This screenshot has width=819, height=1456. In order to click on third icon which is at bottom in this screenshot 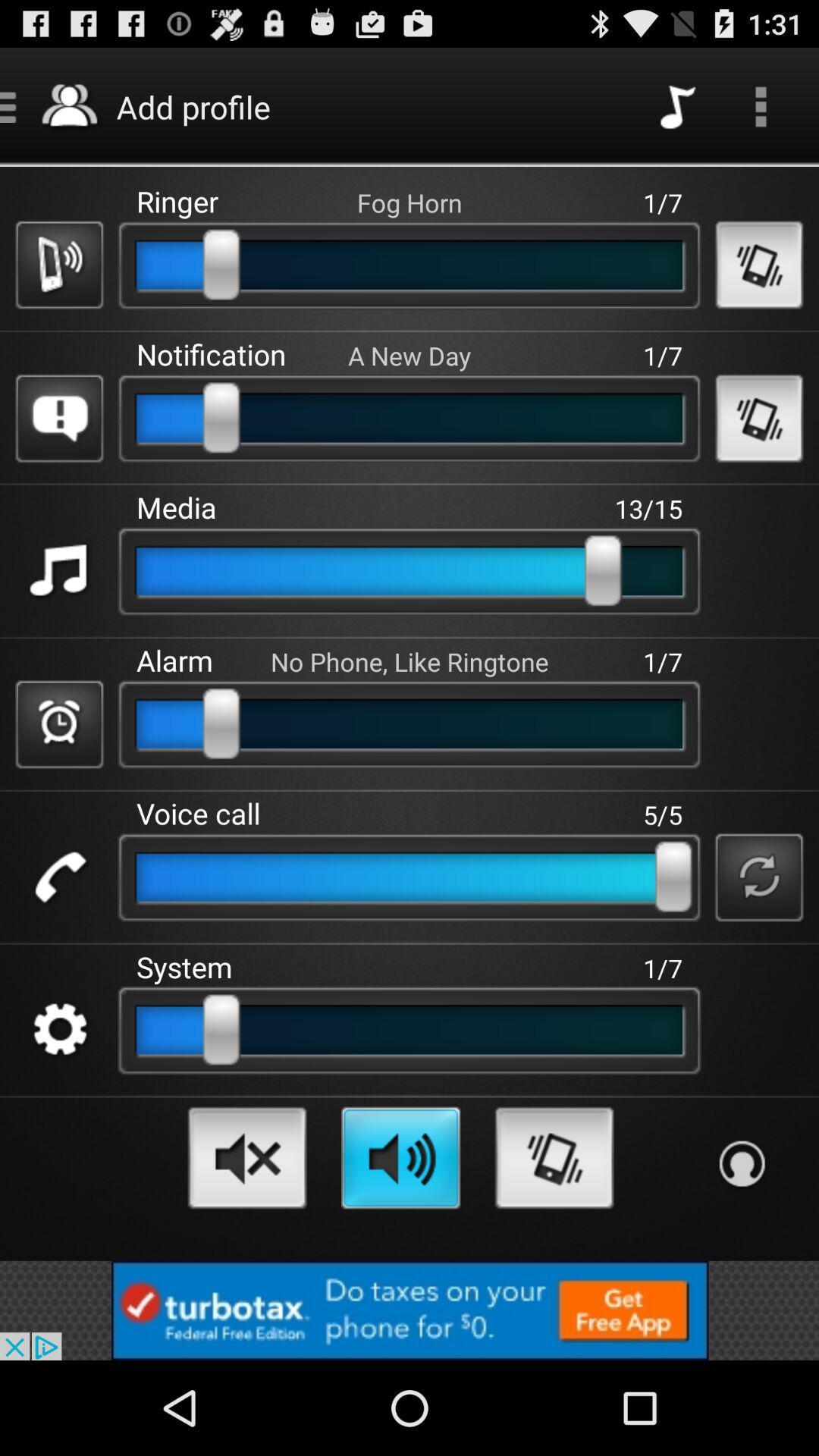, I will do `click(554, 1157)`.